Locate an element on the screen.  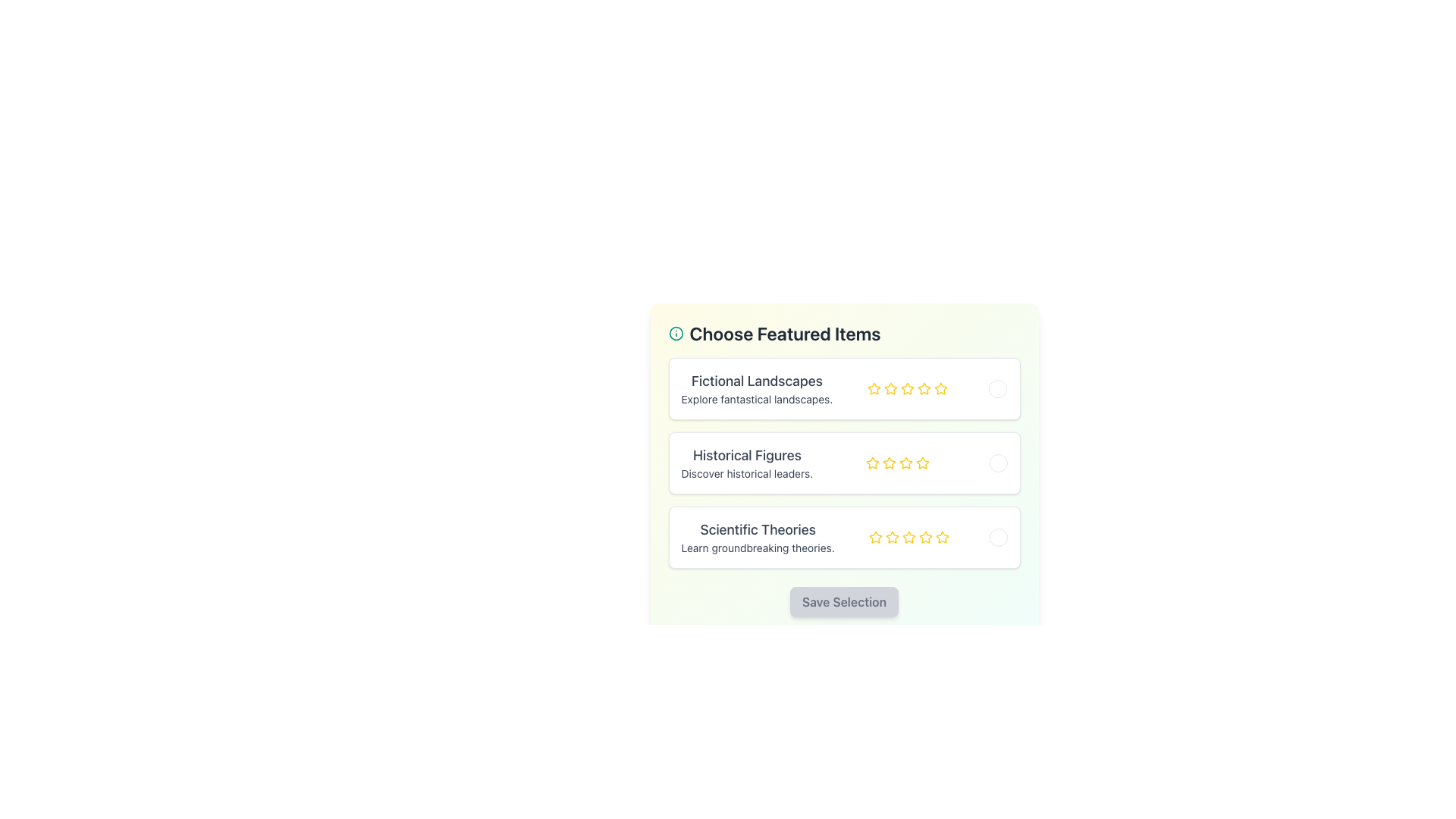
the fifth star icon in the rating section of the 'Scientific Theories' list item to visually represent a 5-star rating is located at coordinates (941, 537).